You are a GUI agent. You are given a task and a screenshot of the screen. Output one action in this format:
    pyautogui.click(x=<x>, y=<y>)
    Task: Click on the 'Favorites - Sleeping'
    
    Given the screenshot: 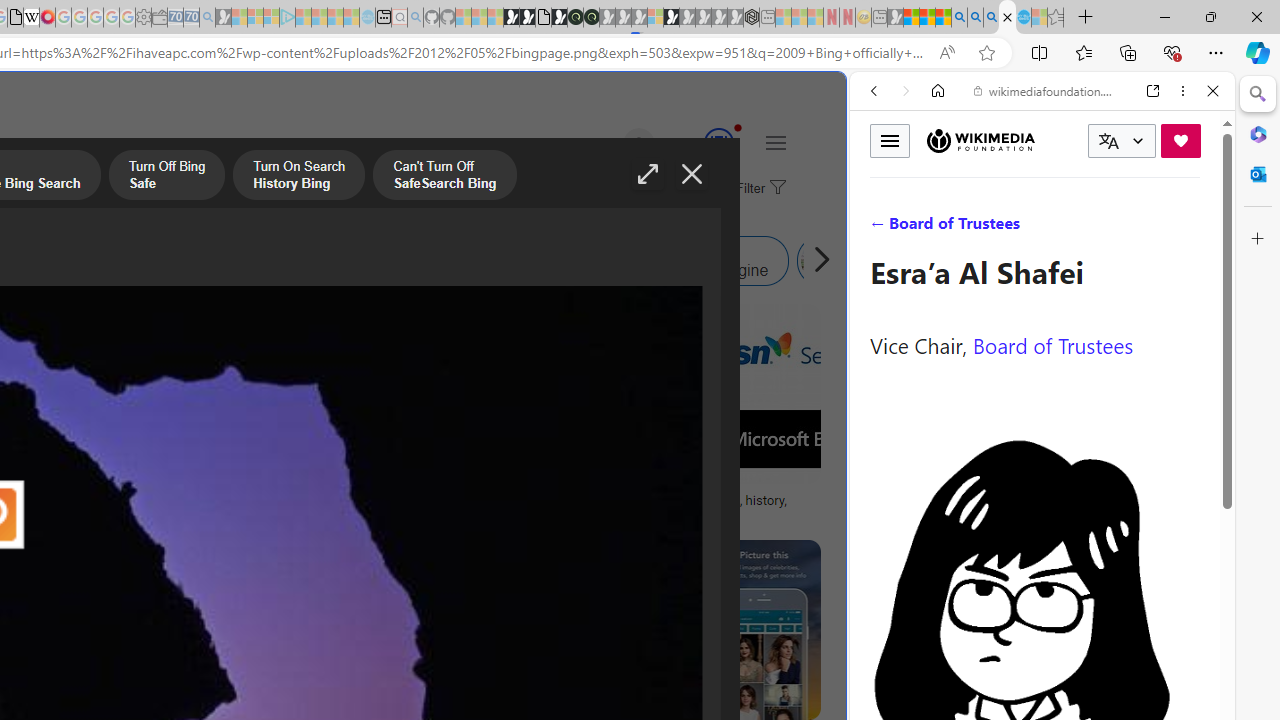 What is the action you would take?
    pyautogui.click(x=1055, y=17)
    